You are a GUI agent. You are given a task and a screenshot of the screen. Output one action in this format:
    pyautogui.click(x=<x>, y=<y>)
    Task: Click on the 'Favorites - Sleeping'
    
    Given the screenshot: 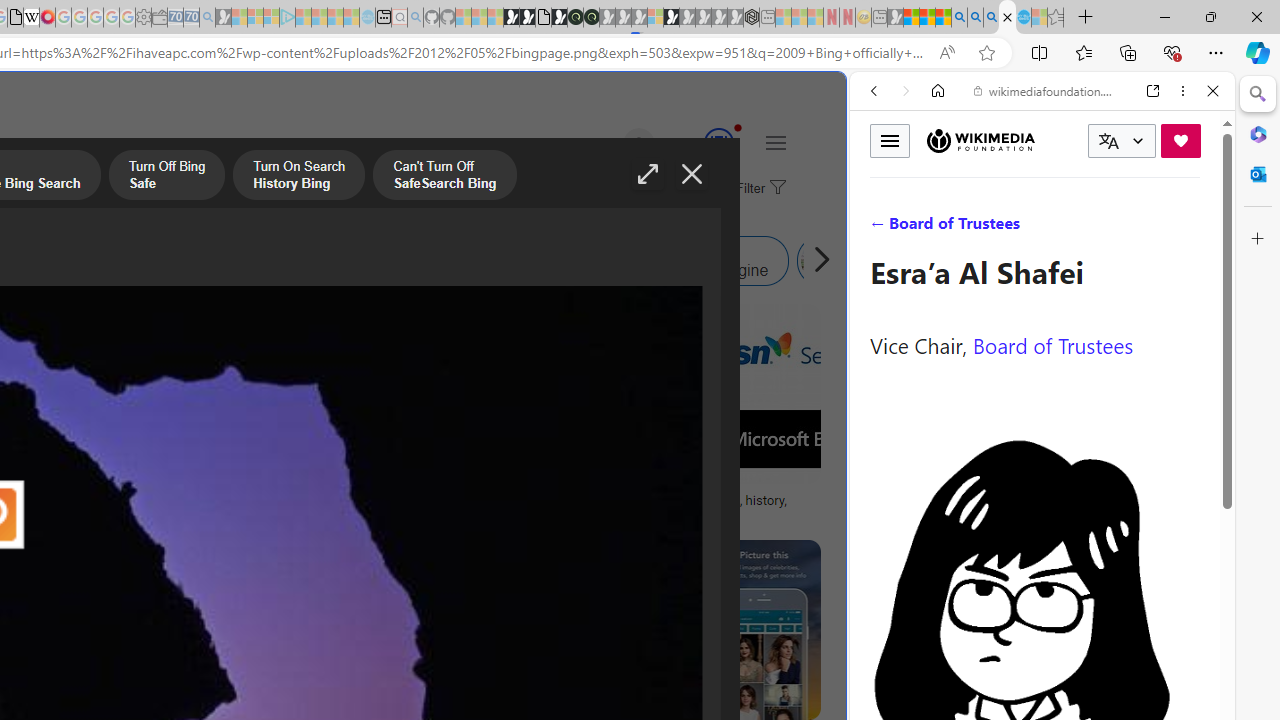 What is the action you would take?
    pyautogui.click(x=1055, y=17)
    